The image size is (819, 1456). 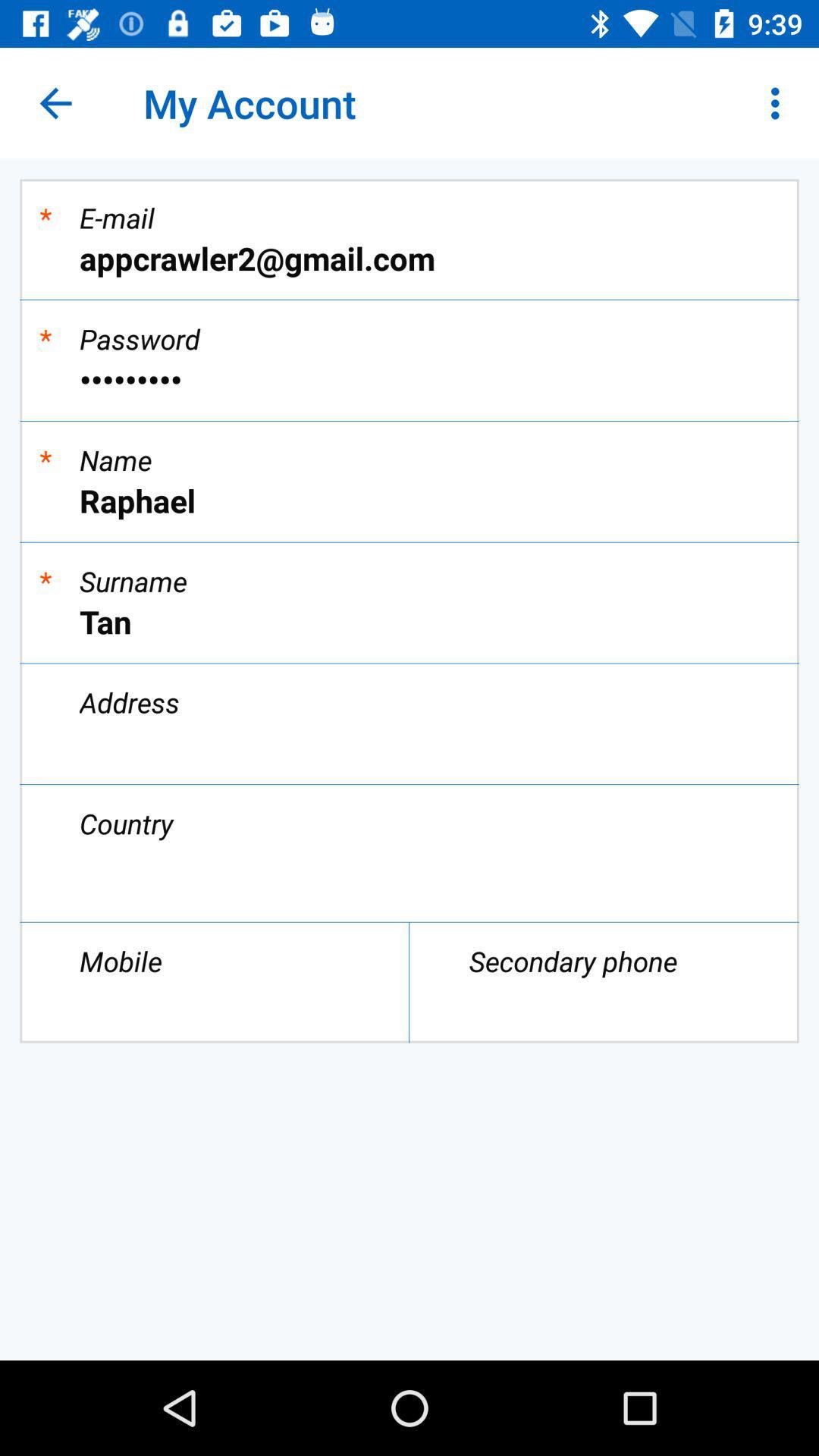 I want to click on item next to my account icon, so click(x=55, y=102).